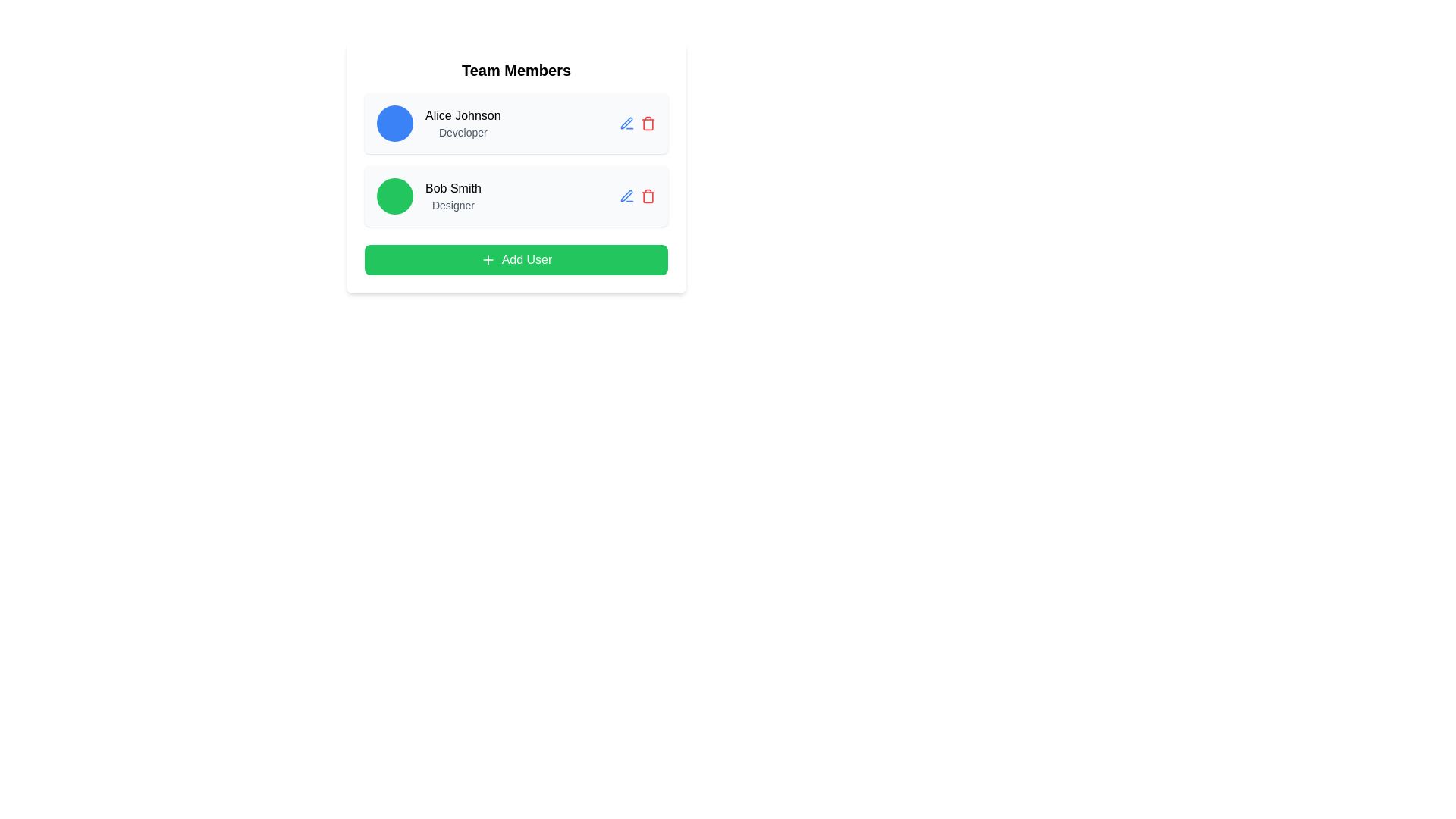 This screenshot has height=819, width=1456. Describe the element at coordinates (452, 205) in the screenshot. I see `the Text label displaying the role associated with 'Bob Smith', located beneath the name in the 'Team Members' list` at that location.